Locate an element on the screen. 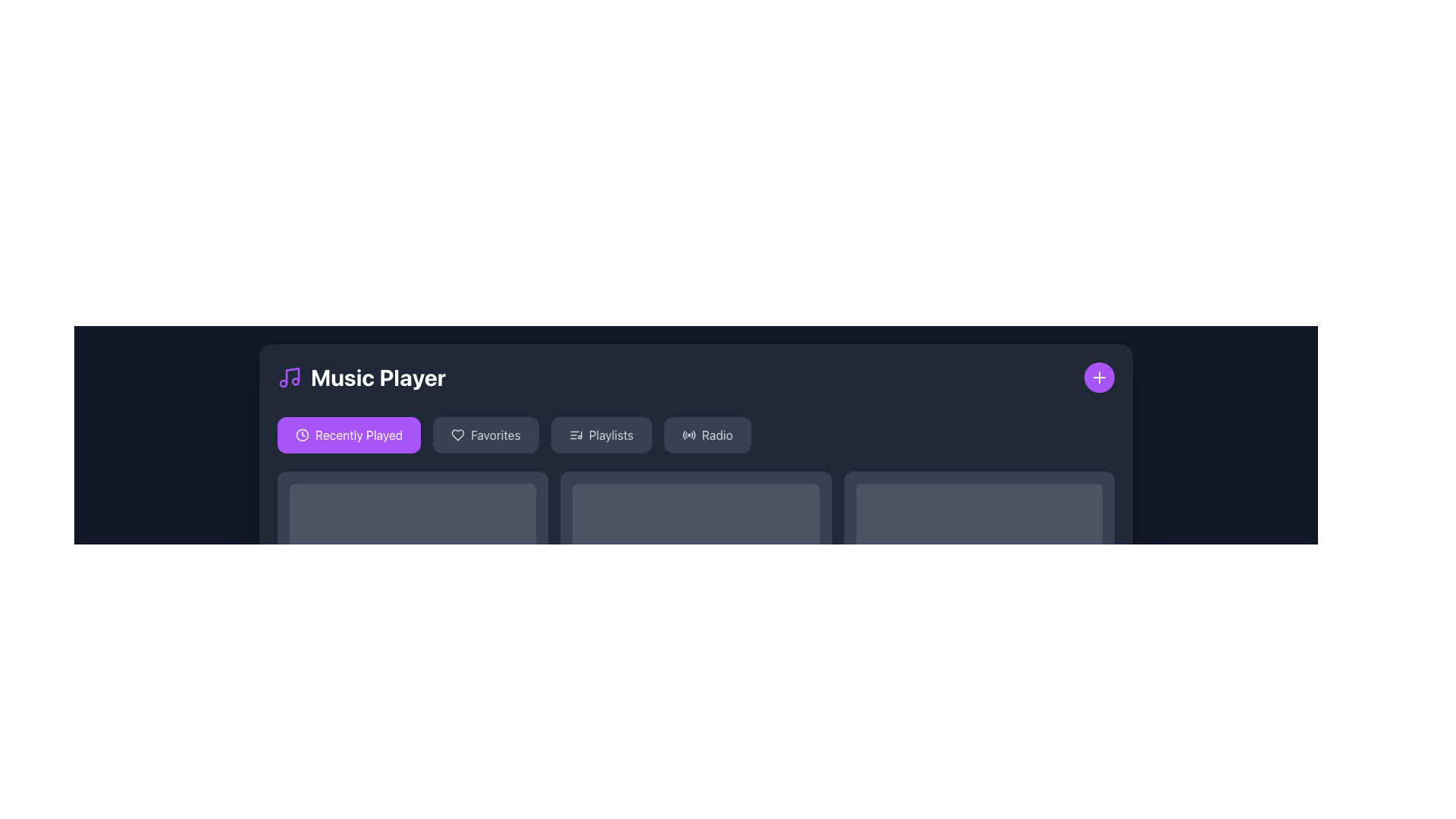 The width and height of the screenshot is (1456, 819). the purple musical note icon located to the left of the 'Music Player' text in the top-left corner of the interface is located at coordinates (290, 376).